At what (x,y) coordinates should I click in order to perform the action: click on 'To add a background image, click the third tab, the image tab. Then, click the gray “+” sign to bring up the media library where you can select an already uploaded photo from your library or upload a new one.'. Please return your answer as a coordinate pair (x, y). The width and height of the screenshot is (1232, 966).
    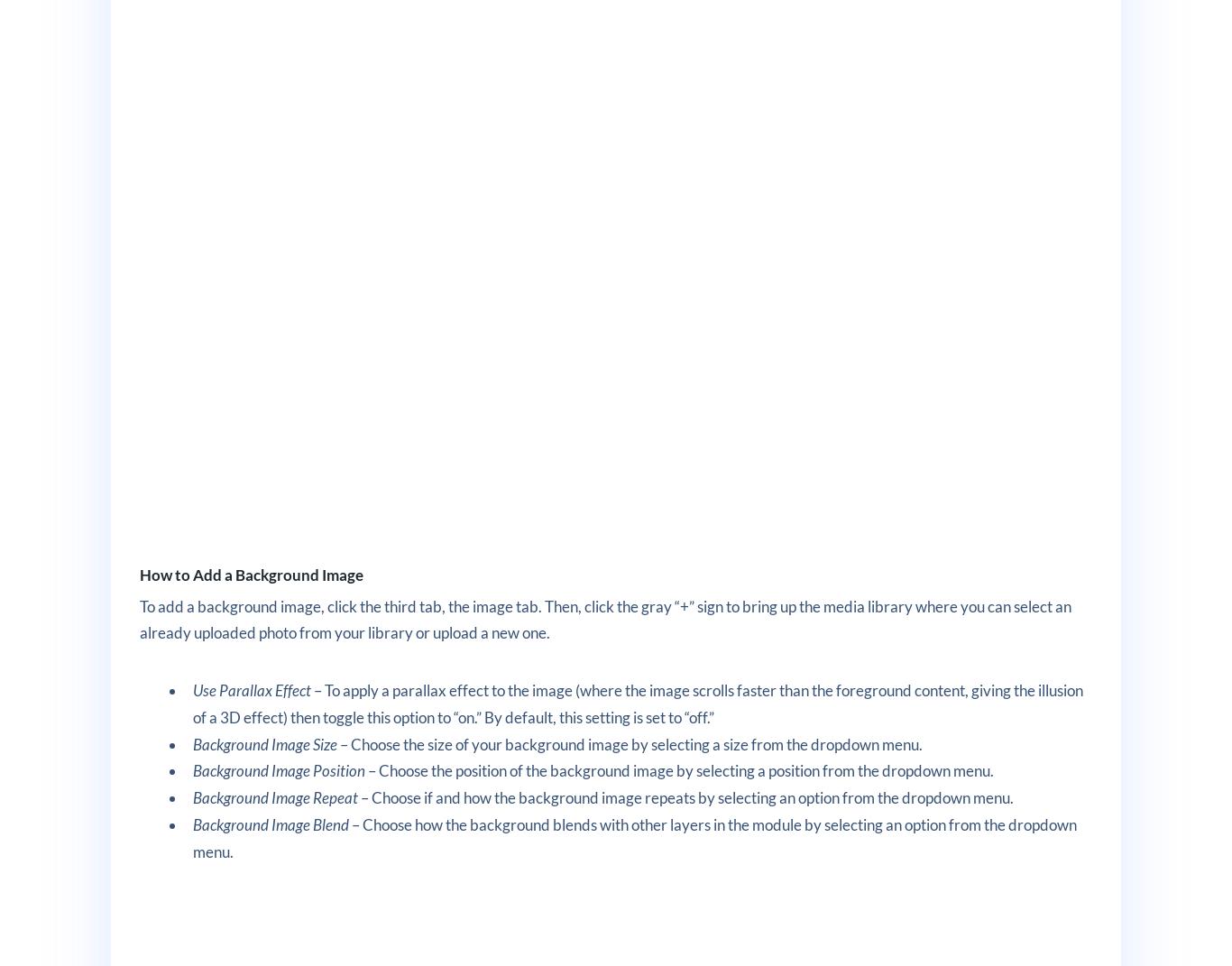
    Looking at the image, I should click on (603, 618).